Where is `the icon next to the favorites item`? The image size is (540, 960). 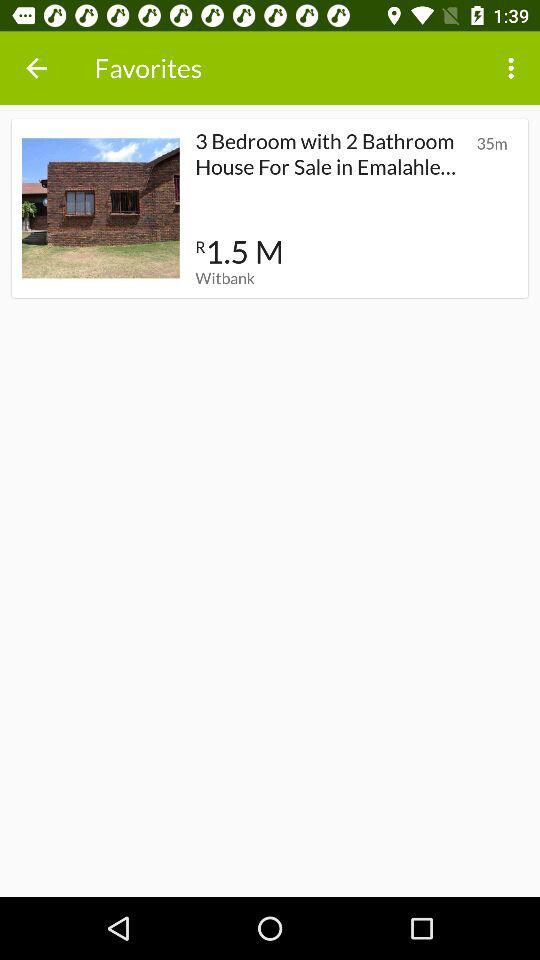
the icon next to the favorites item is located at coordinates (513, 68).